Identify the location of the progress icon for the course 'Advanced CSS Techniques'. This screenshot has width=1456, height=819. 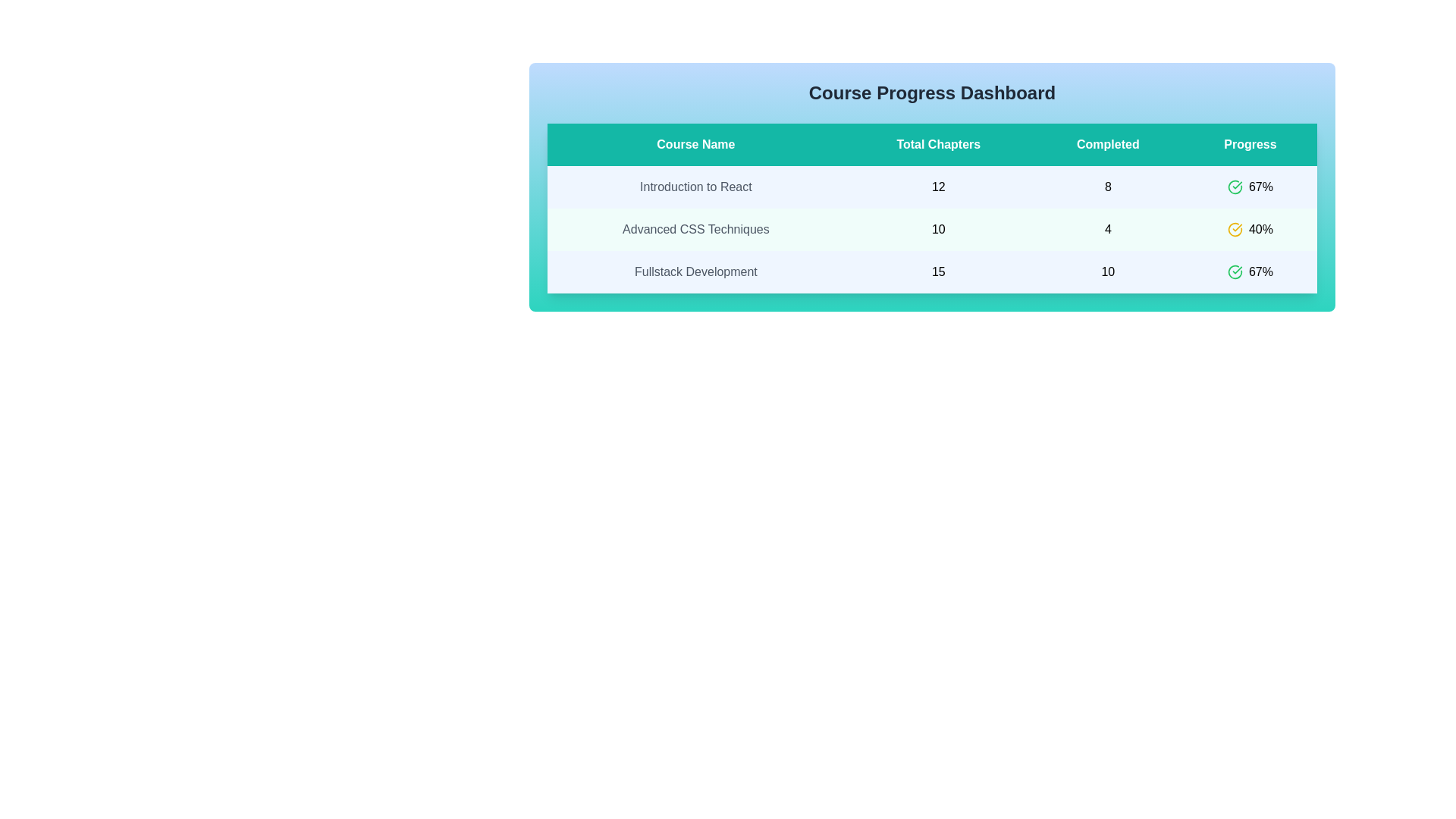
(1235, 230).